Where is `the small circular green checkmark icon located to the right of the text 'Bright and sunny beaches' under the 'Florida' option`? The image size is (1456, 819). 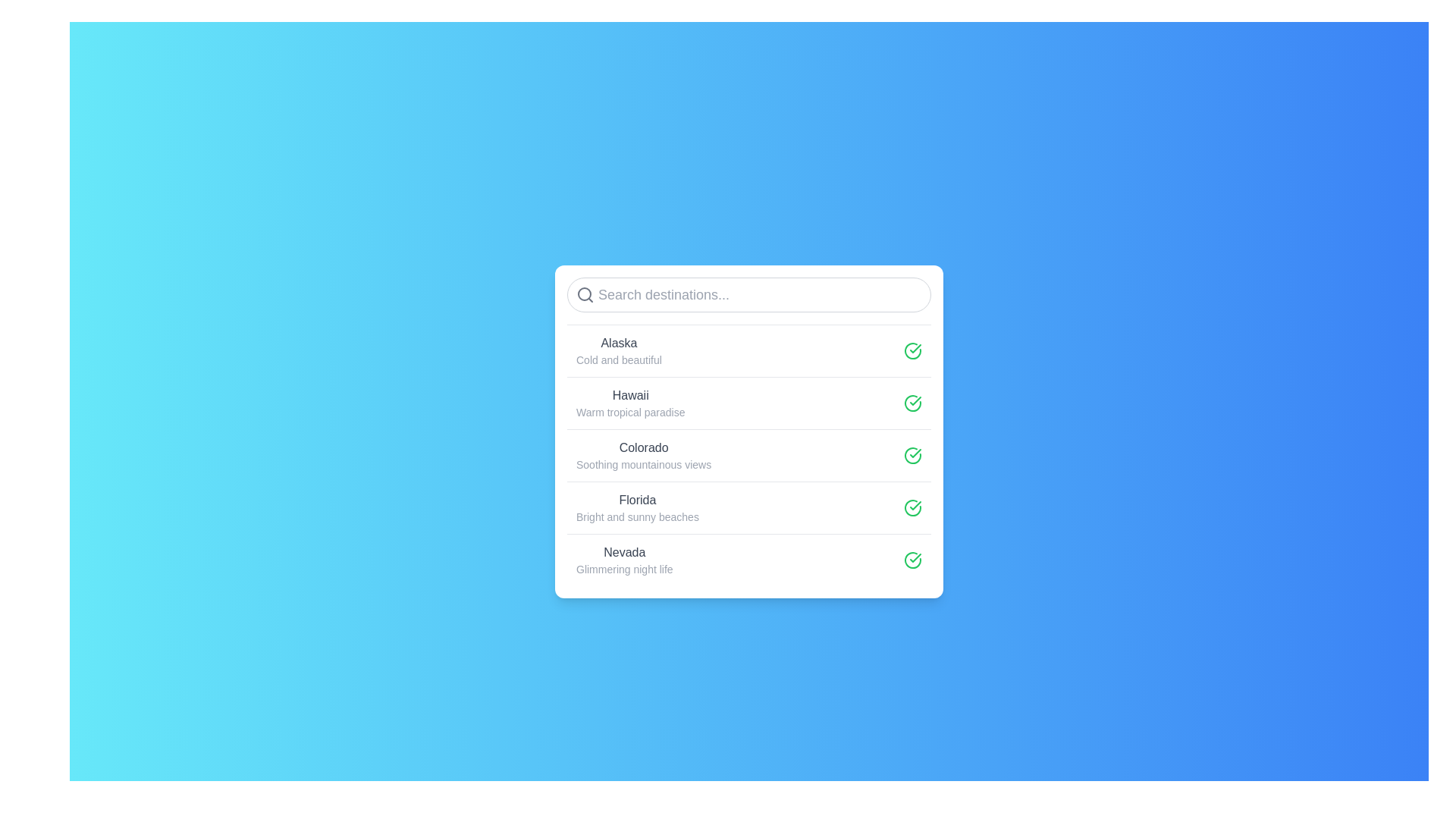 the small circular green checkmark icon located to the right of the text 'Bright and sunny beaches' under the 'Florida' option is located at coordinates (912, 507).